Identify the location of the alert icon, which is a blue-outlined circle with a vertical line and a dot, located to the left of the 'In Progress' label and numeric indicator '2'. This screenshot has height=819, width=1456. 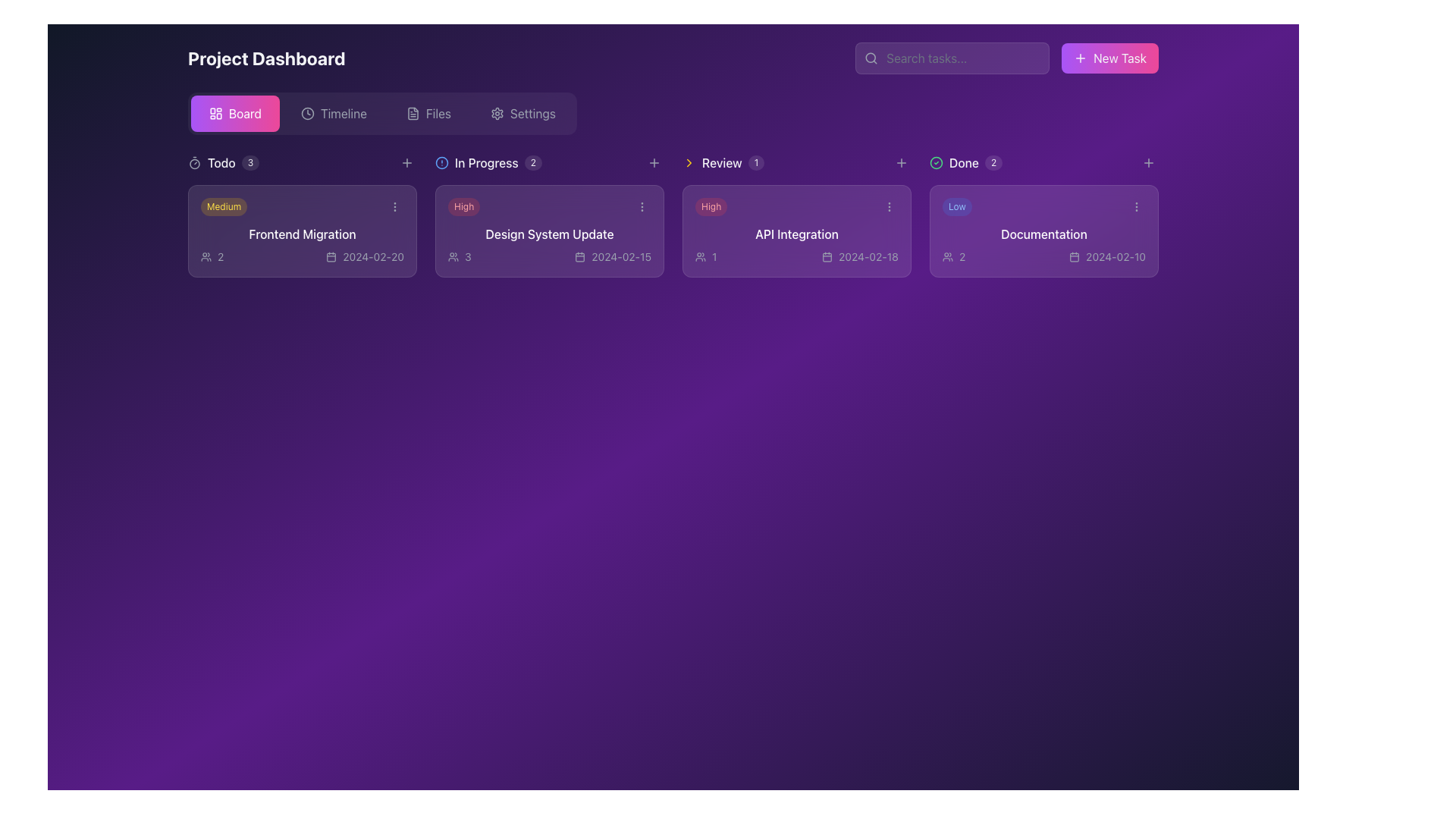
(441, 163).